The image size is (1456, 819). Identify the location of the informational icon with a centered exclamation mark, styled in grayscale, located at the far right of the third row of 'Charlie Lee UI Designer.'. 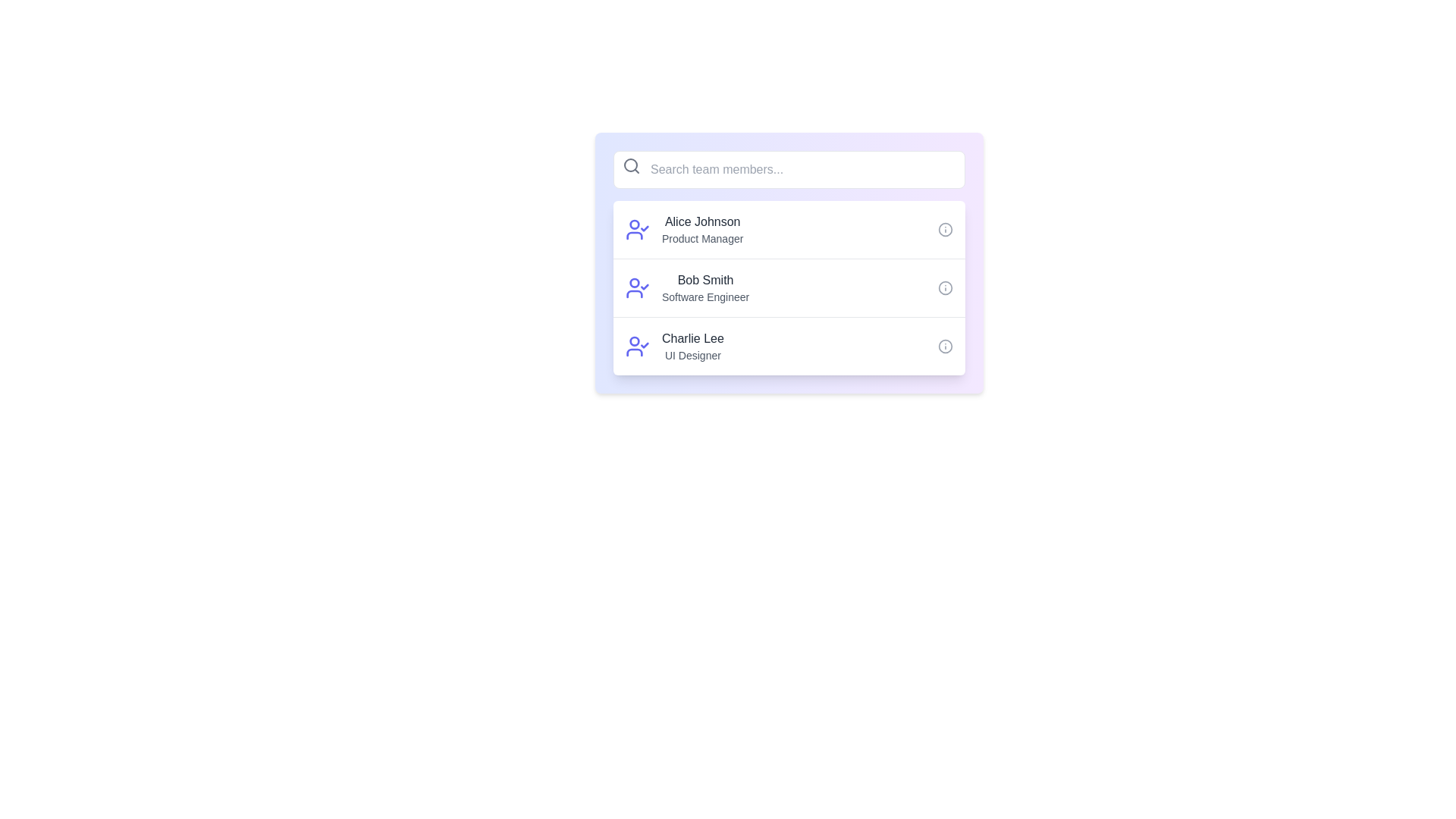
(945, 346).